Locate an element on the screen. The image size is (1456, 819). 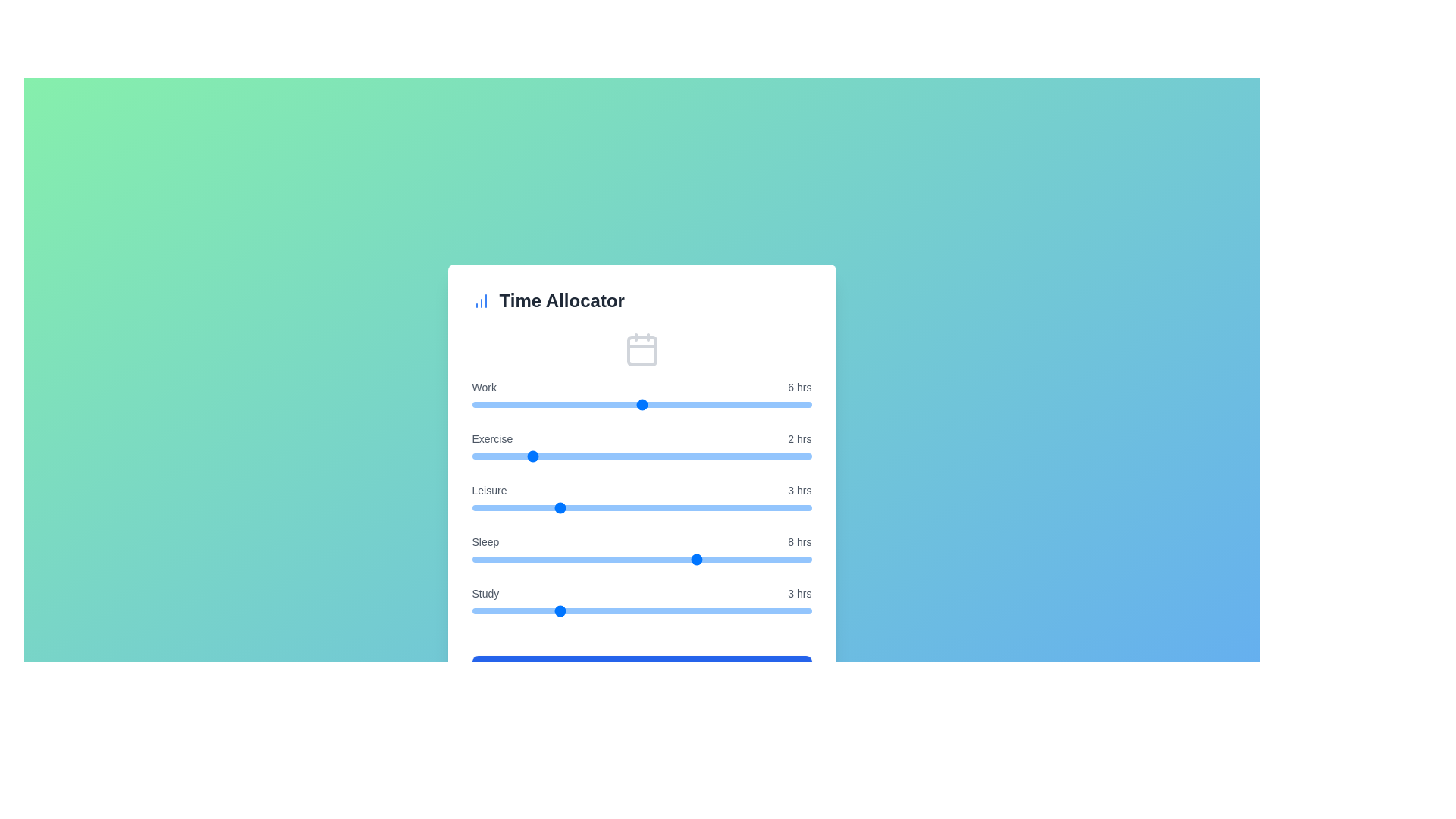
the calendar icon to activate its functionality is located at coordinates (642, 350).